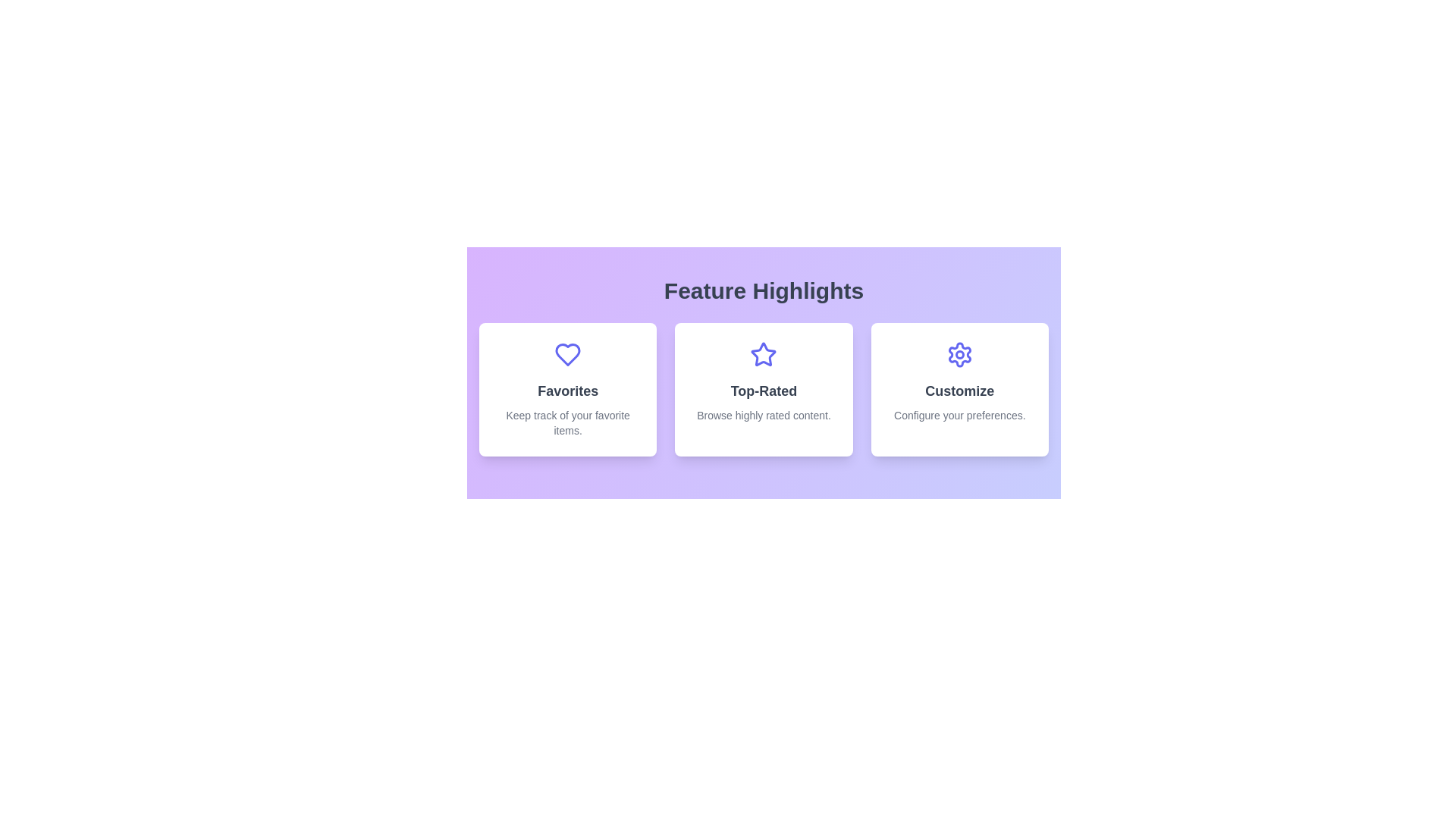 This screenshot has width=1456, height=819. What do you see at coordinates (764, 391) in the screenshot?
I see `the 'Top-Rated' text label located in the middle card, which serves as a title or header for the content` at bounding box center [764, 391].